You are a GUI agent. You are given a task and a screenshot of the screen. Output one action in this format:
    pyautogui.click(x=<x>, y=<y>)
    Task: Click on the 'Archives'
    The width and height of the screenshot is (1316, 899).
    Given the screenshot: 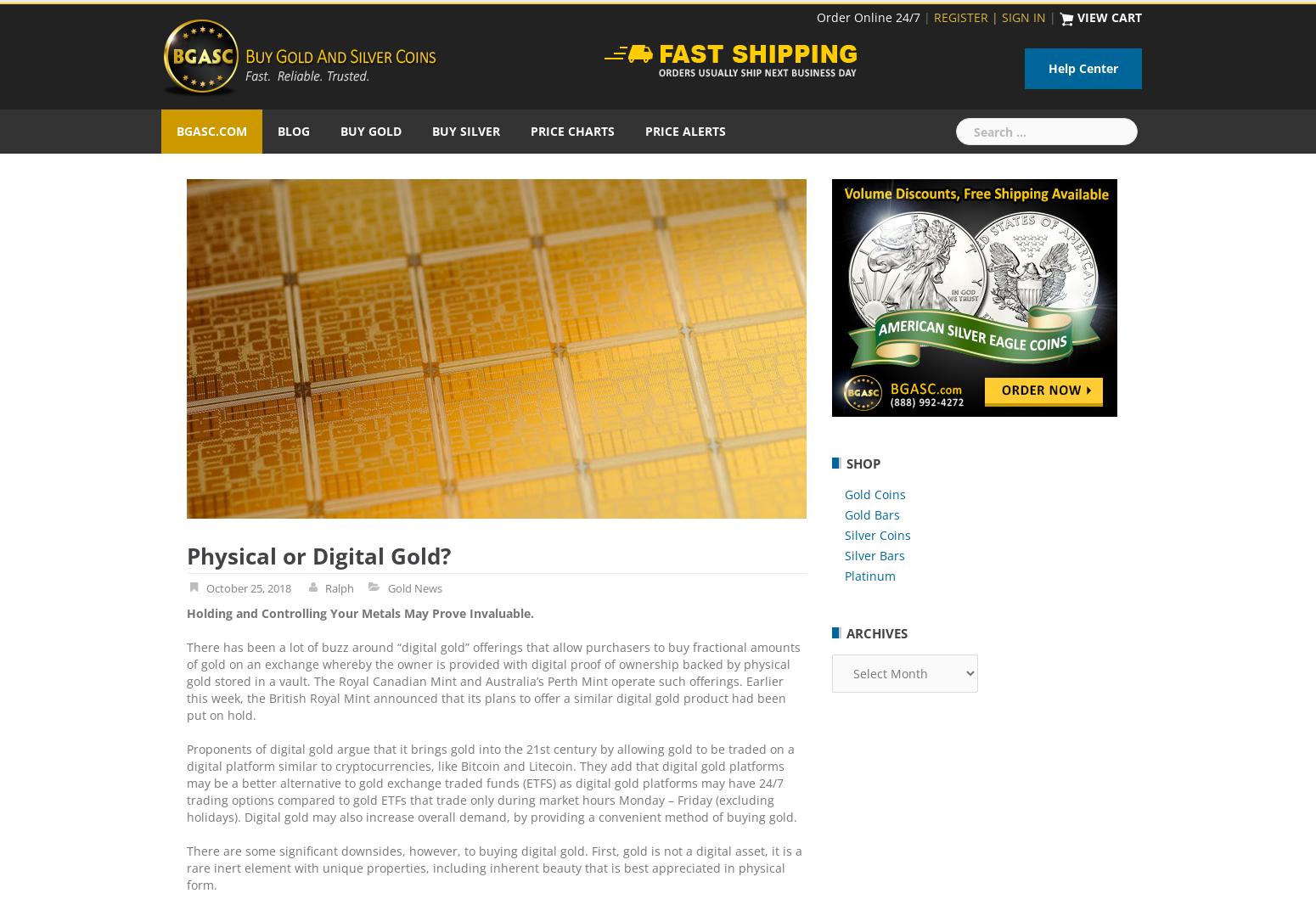 What is the action you would take?
    pyautogui.click(x=877, y=632)
    